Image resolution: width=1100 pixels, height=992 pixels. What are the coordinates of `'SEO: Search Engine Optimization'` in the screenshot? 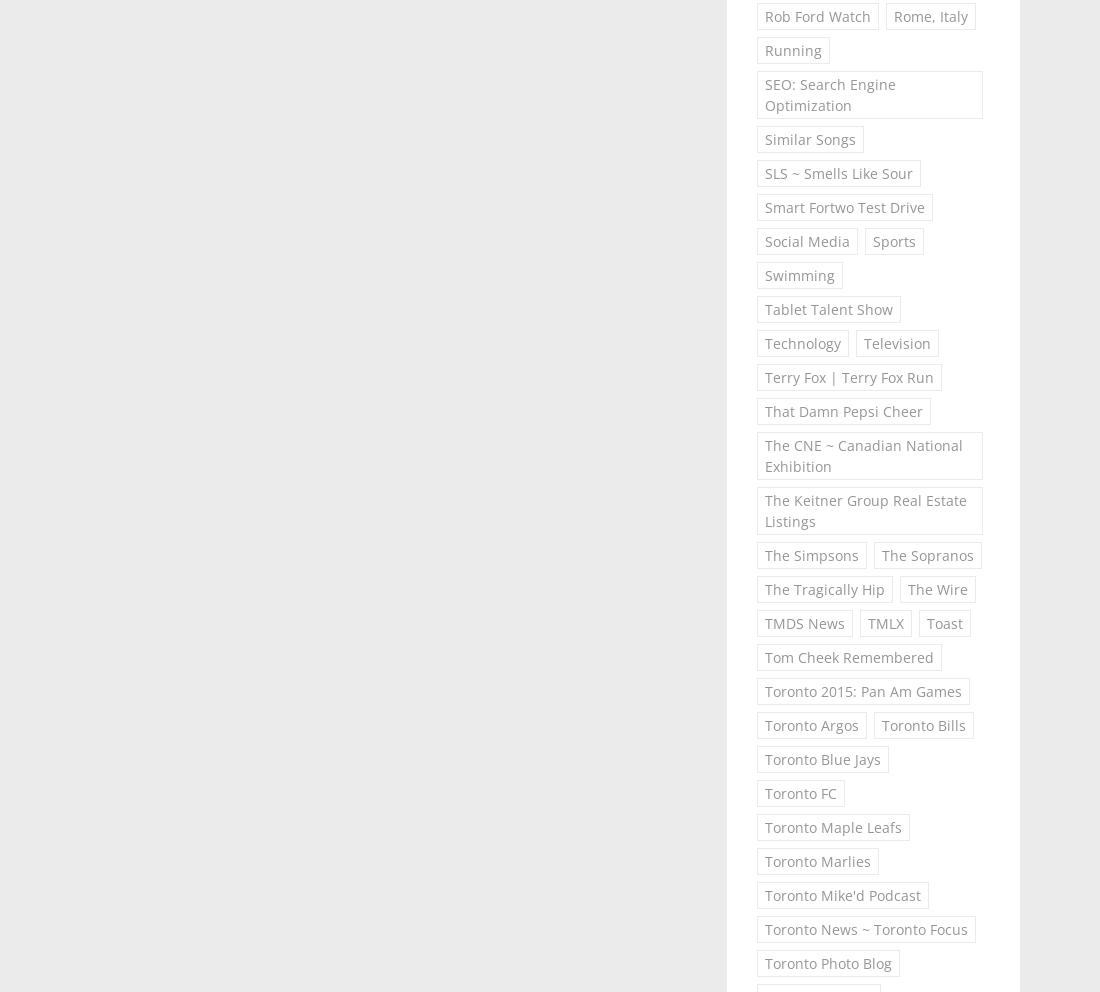 It's located at (828, 94).